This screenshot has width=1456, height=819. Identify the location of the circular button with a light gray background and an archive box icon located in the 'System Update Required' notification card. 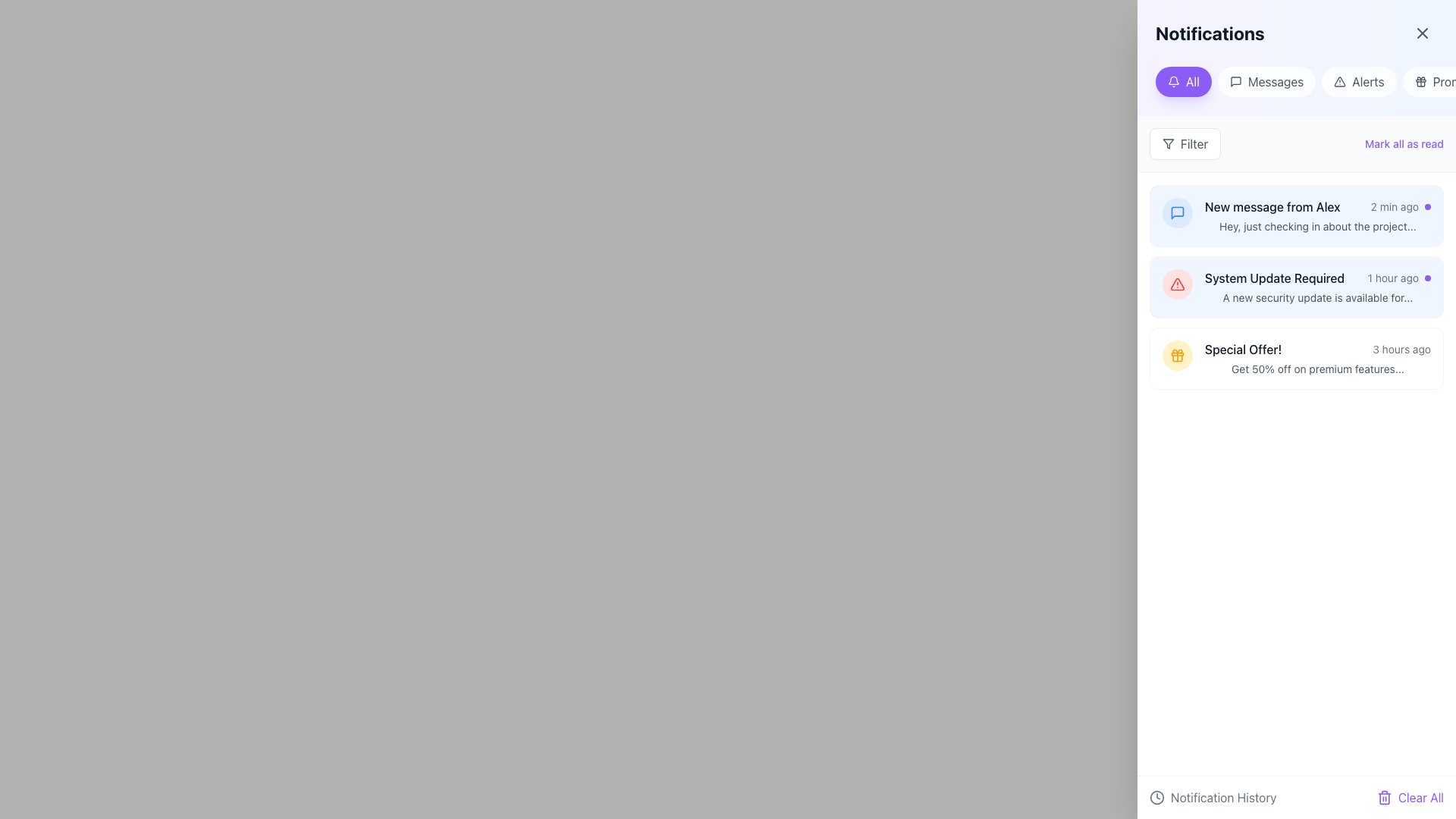
(1357, 287).